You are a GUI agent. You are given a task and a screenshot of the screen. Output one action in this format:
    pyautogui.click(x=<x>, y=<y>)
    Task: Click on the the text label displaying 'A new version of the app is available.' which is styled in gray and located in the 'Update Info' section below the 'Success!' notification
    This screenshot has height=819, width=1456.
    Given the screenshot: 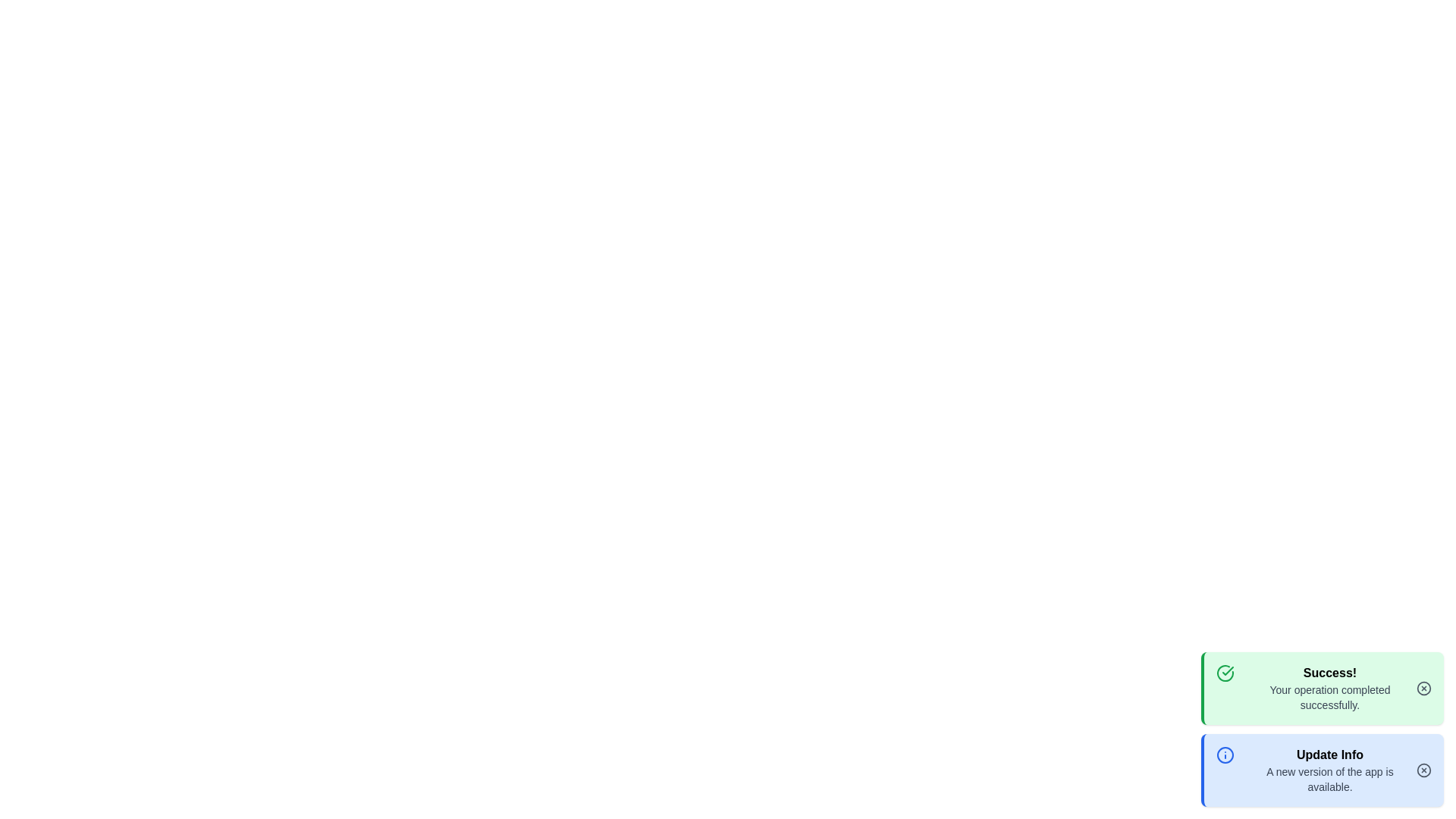 What is the action you would take?
    pyautogui.click(x=1329, y=780)
    